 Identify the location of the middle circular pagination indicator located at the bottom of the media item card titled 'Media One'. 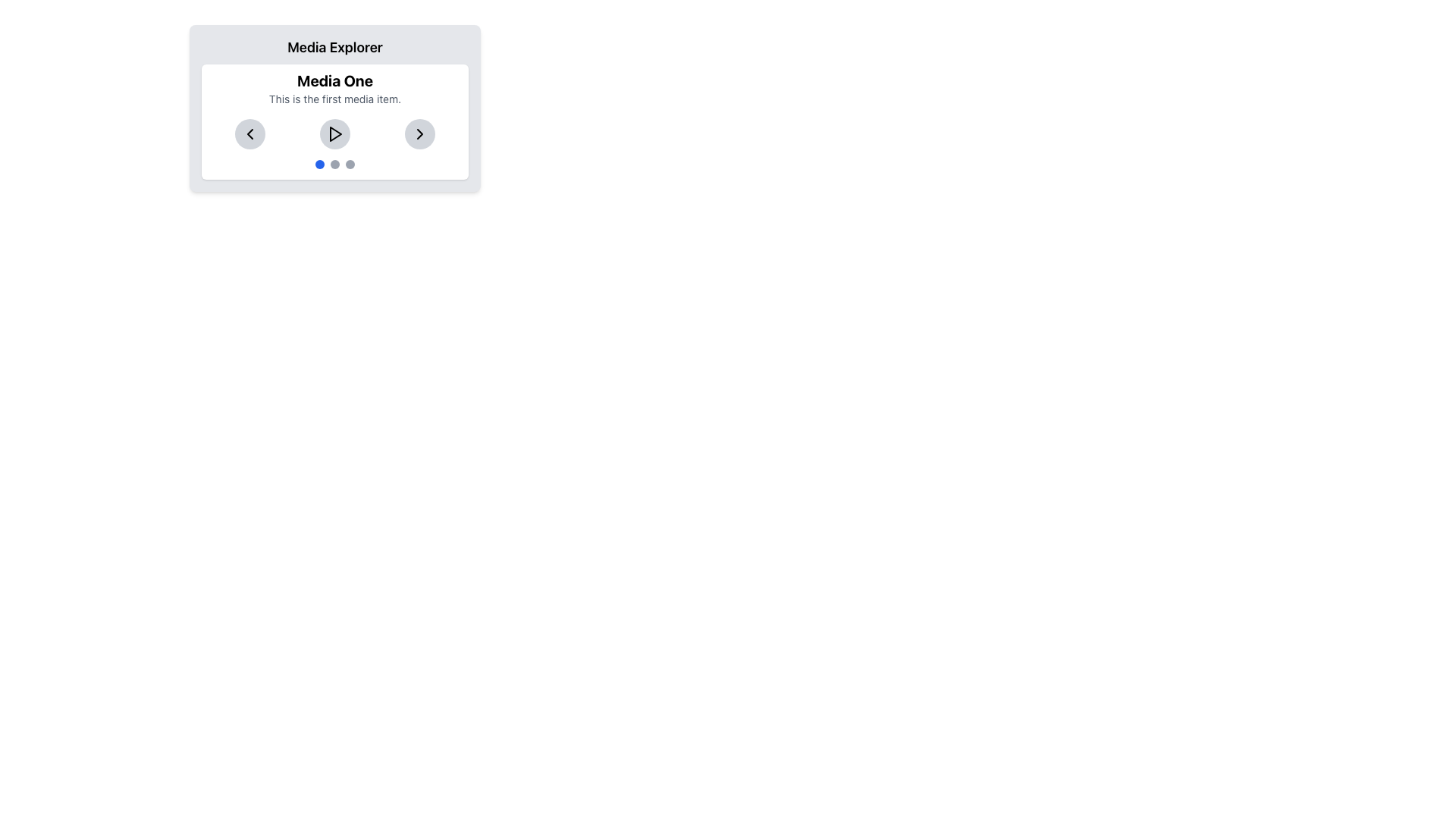
(334, 164).